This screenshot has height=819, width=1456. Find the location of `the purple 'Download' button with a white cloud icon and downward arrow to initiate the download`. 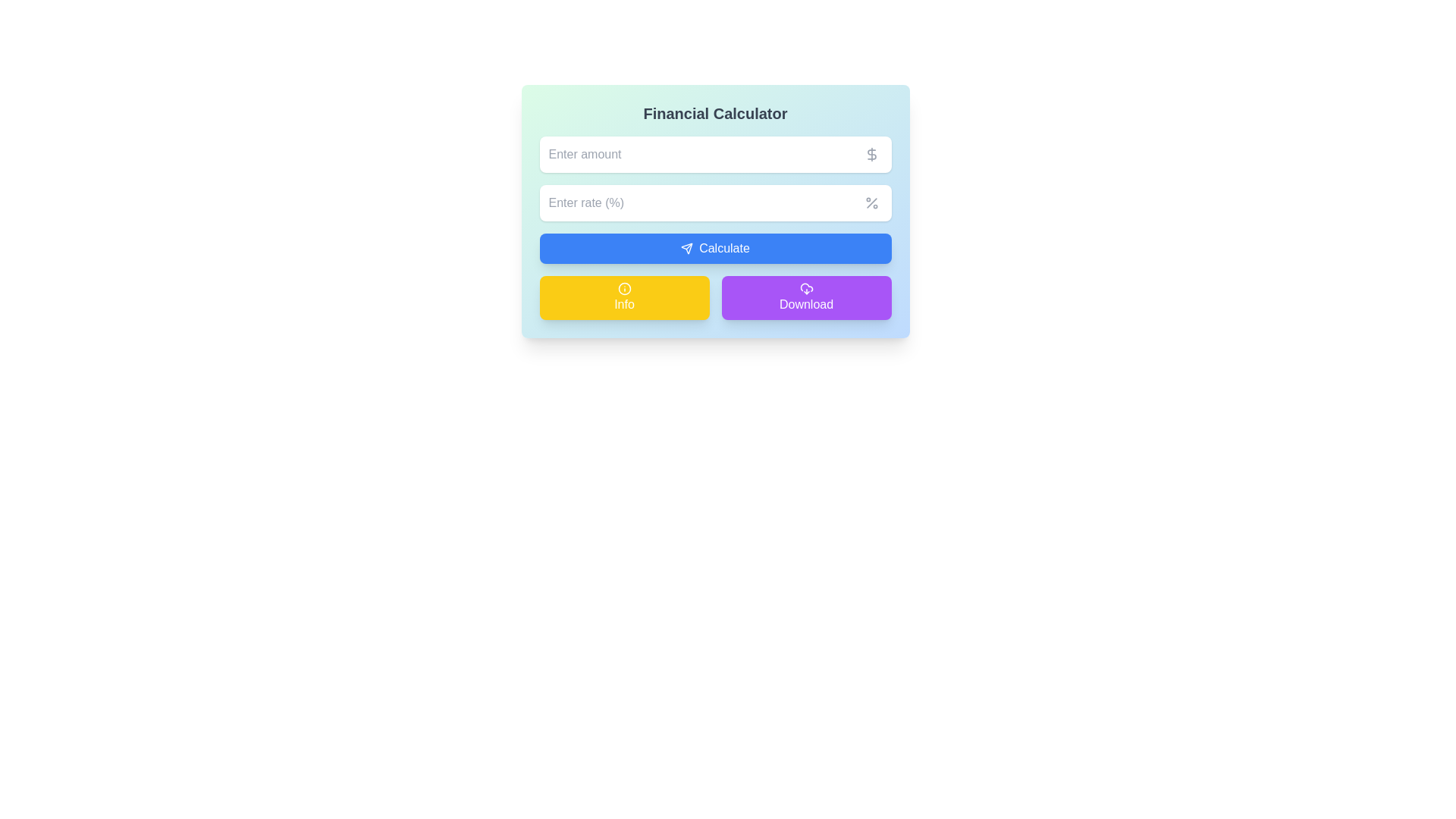

the purple 'Download' button with a white cloud icon and downward arrow to initiate the download is located at coordinates (805, 298).